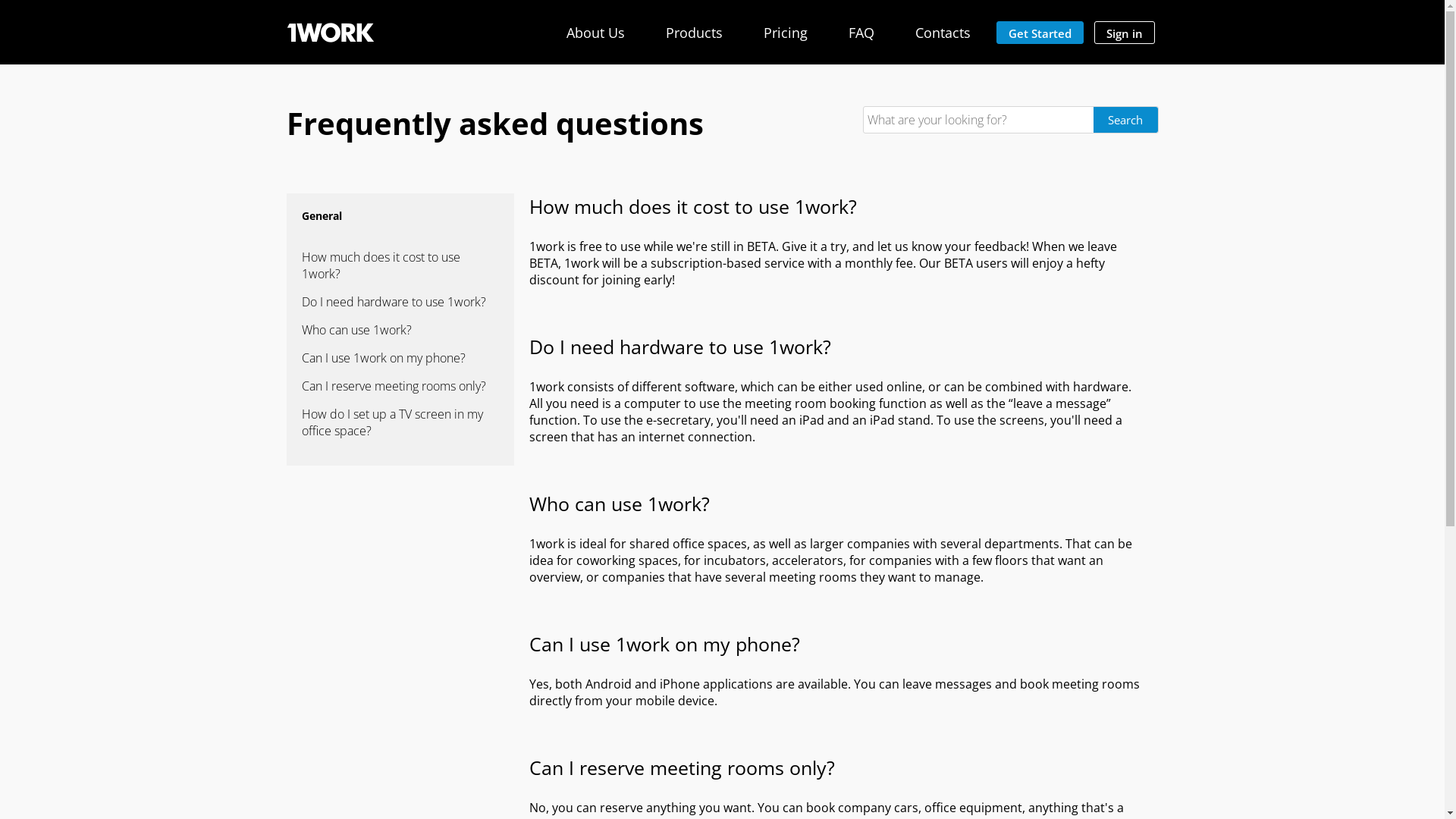  Describe the element at coordinates (400, 422) in the screenshot. I see `'How do I set up a TV screen in my office space?'` at that location.